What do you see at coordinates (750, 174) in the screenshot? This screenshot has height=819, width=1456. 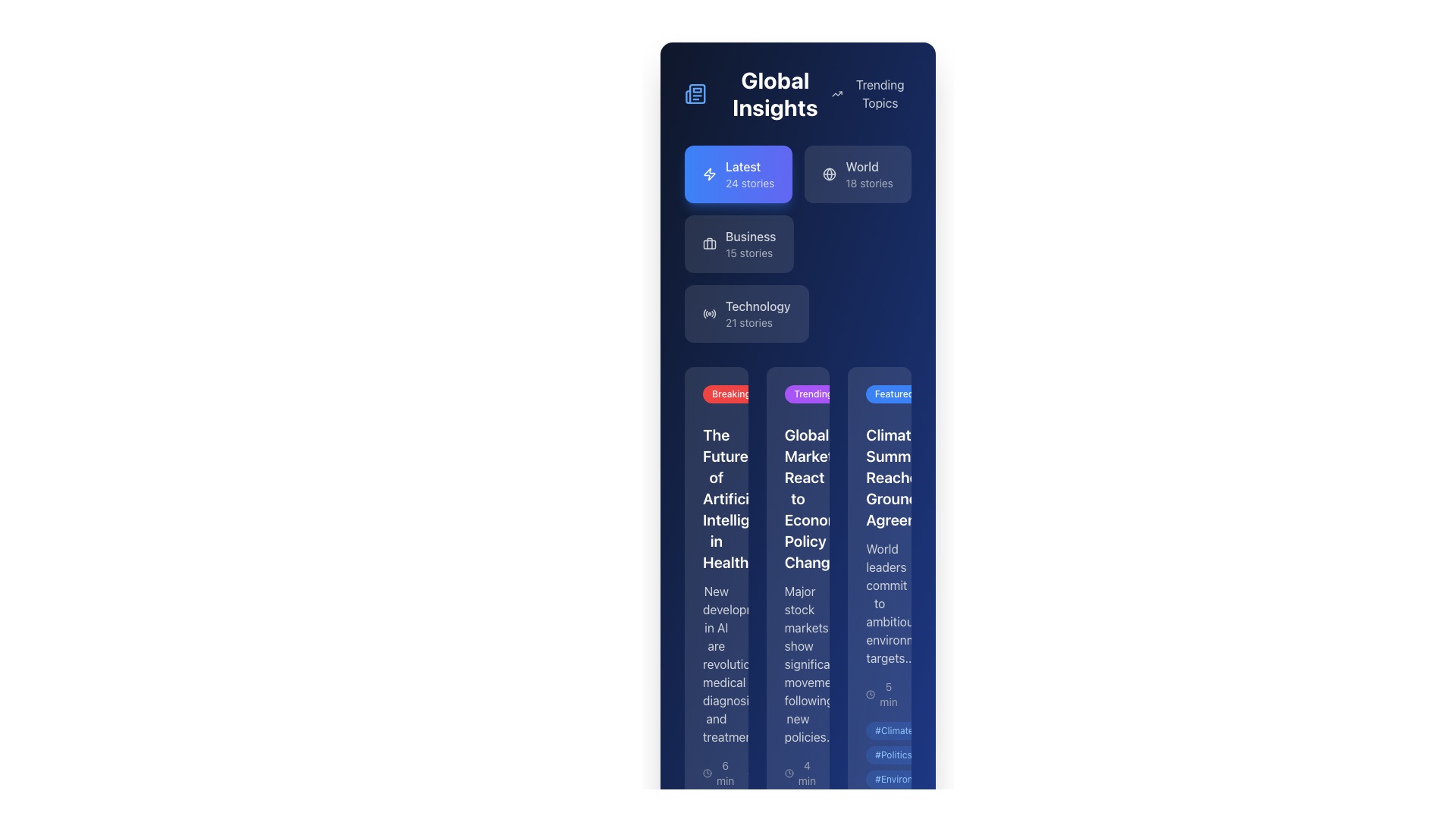 I see `the 'Latest' text label within the button element` at bounding box center [750, 174].